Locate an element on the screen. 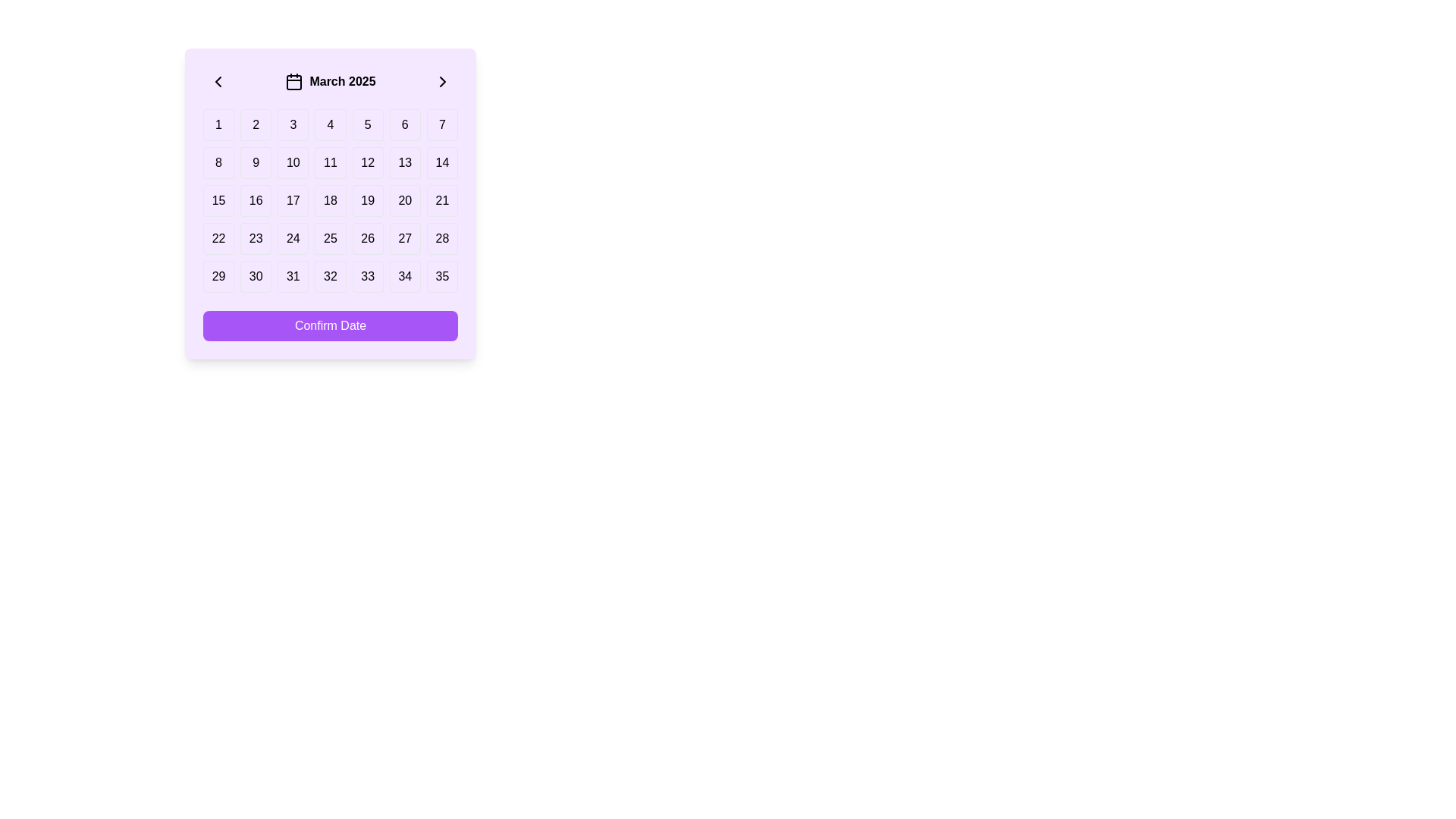  the visual representation of the 20th day in the calendar interface, located in the third row and sixth column of the grid under 'March 2025' is located at coordinates (405, 200).